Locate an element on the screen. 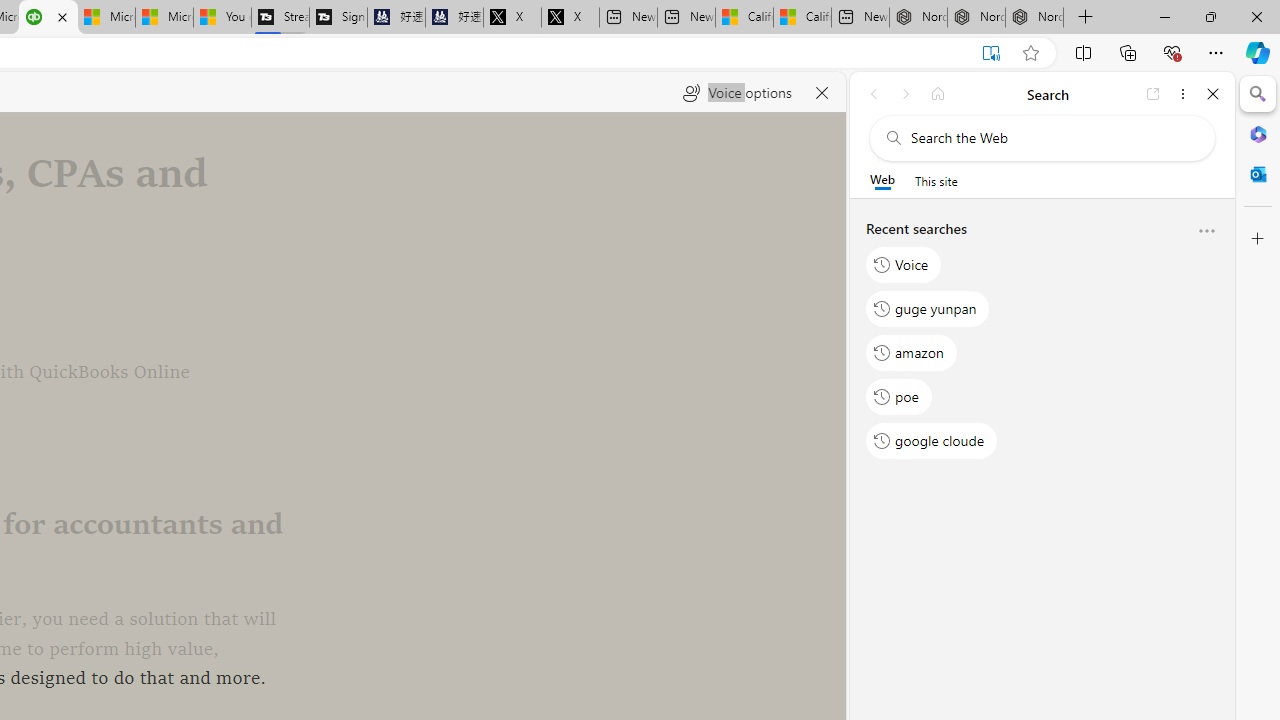 This screenshot has height=720, width=1280. 'Search the web' is located at coordinates (1051, 137).